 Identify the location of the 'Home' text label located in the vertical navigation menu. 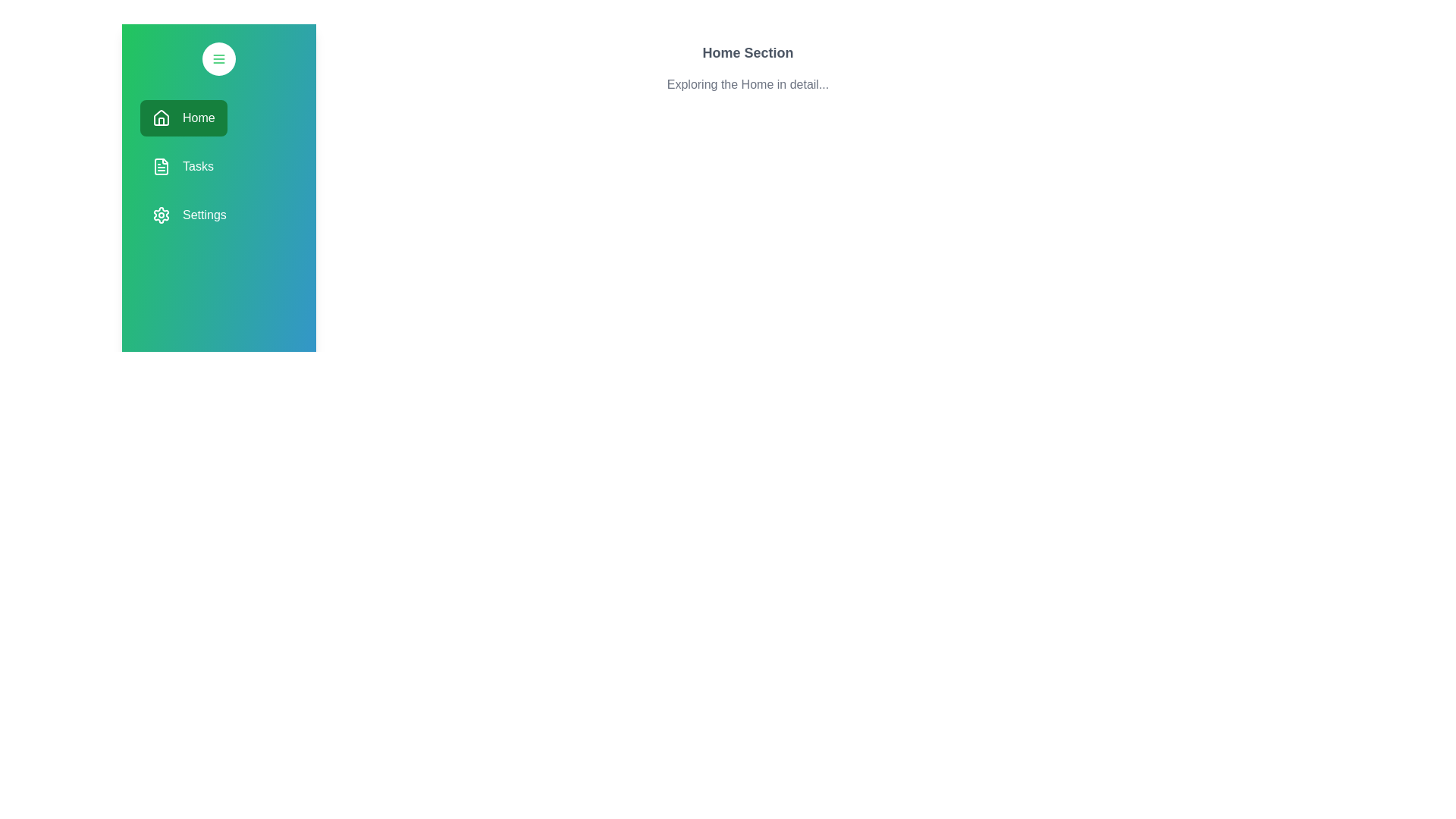
(198, 117).